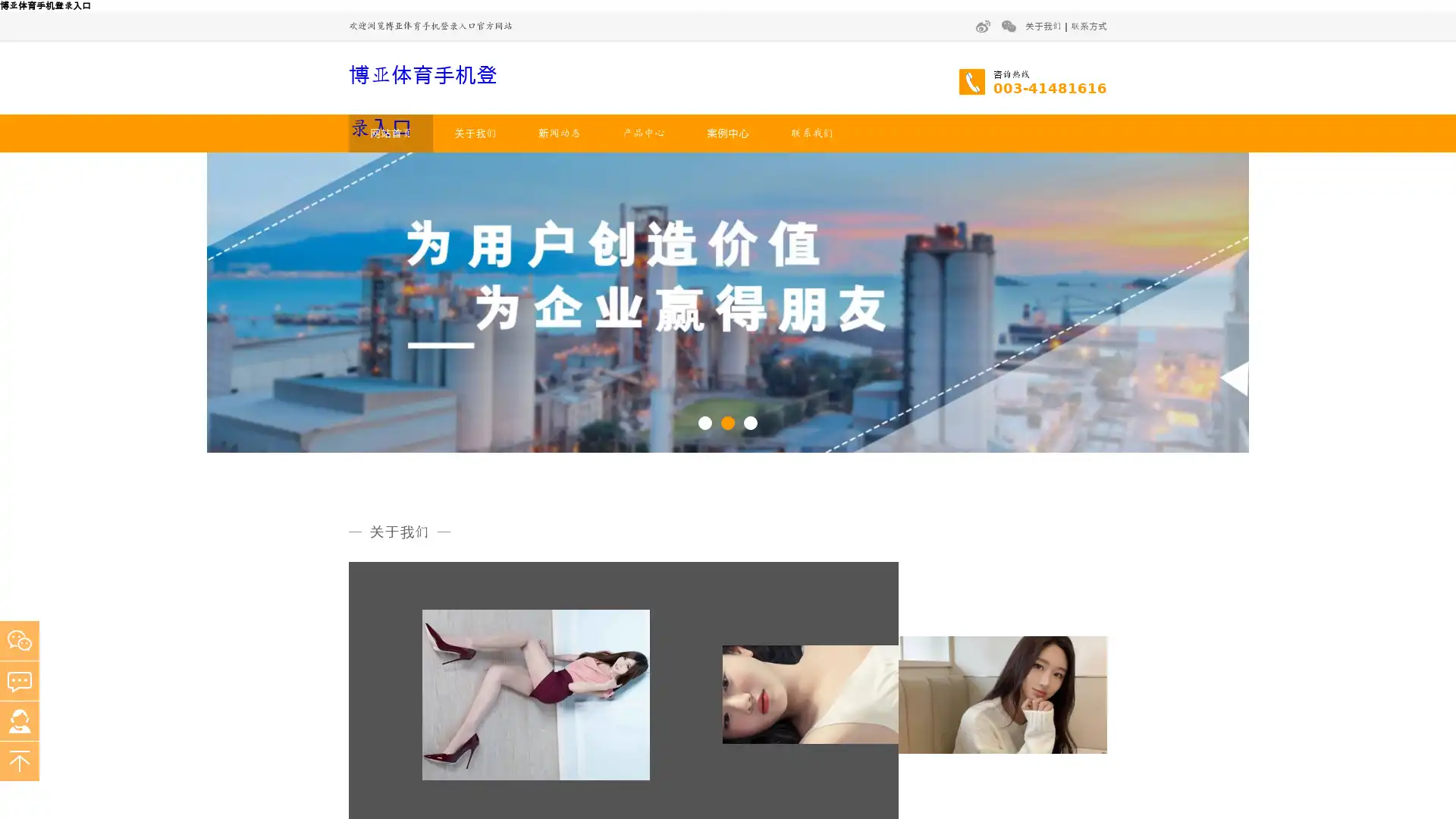  I want to click on 2, so click(728, 422).